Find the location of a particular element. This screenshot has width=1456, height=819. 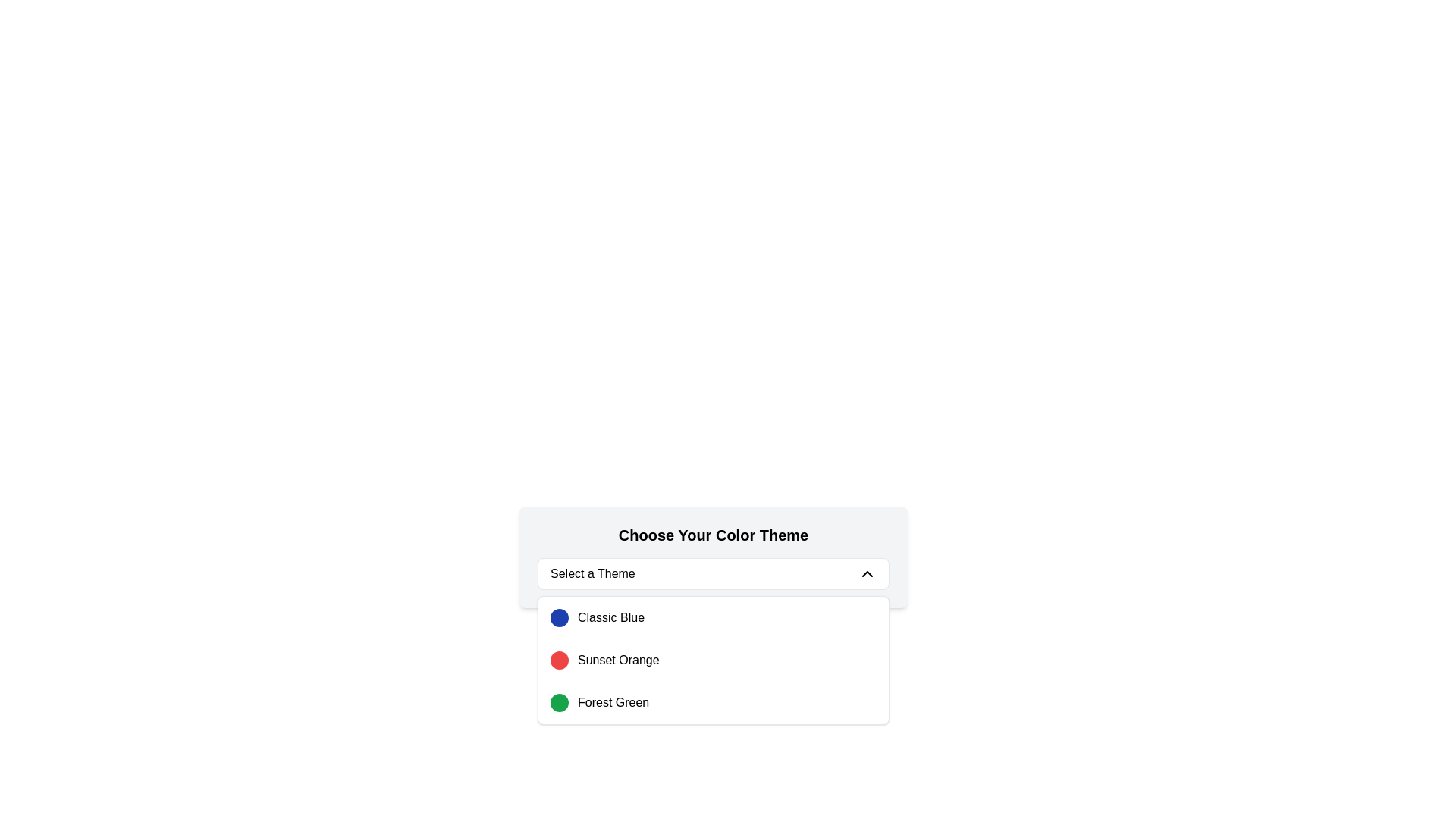

the circular green color selection indicator for 'Forest Green' is located at coordinates (559, 702).